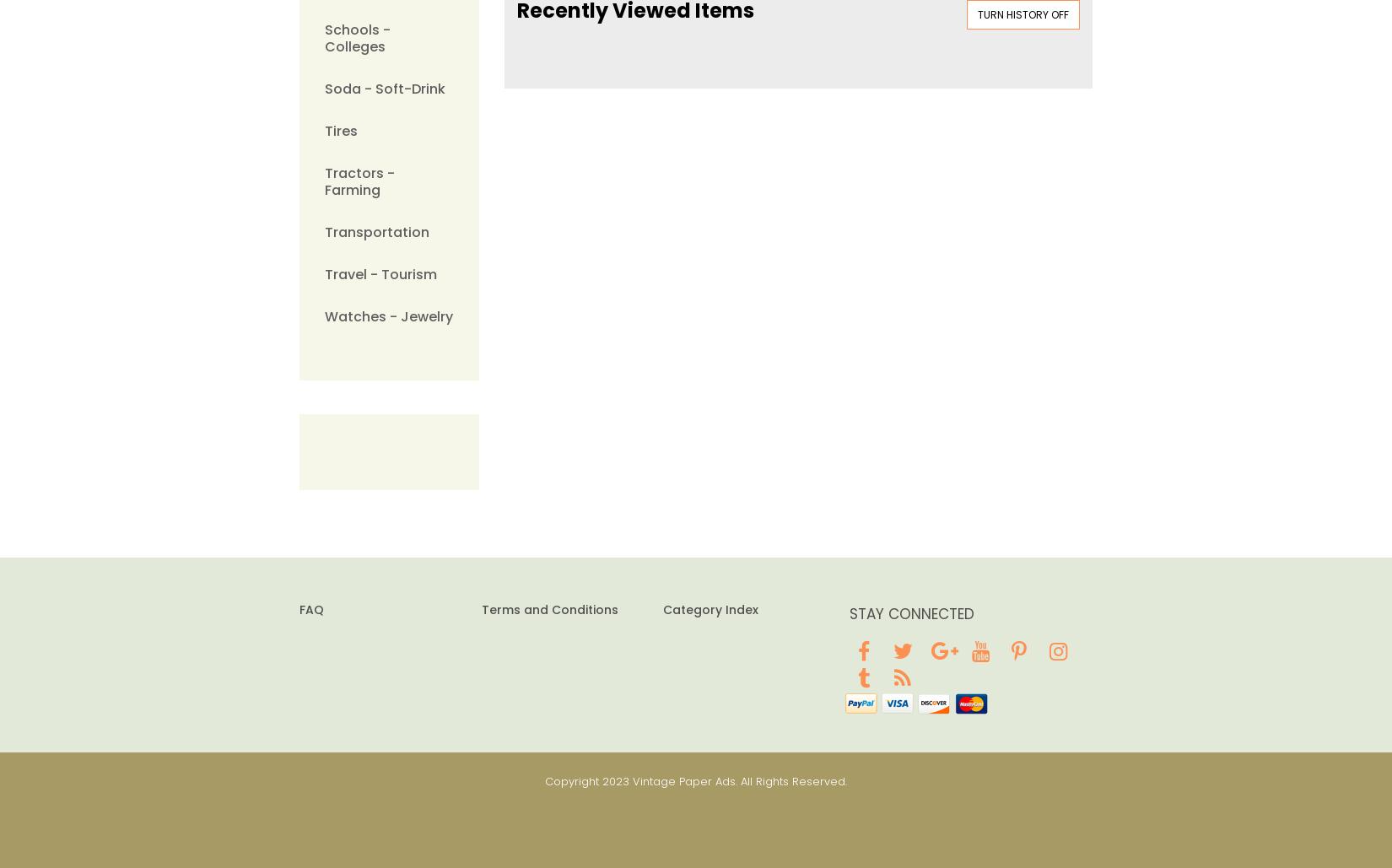  Describe the element at coordinates (724, 780) in the screenshot. I see `'2023 Vintage Paper Ads. All Rights Reserved.'` at that location.